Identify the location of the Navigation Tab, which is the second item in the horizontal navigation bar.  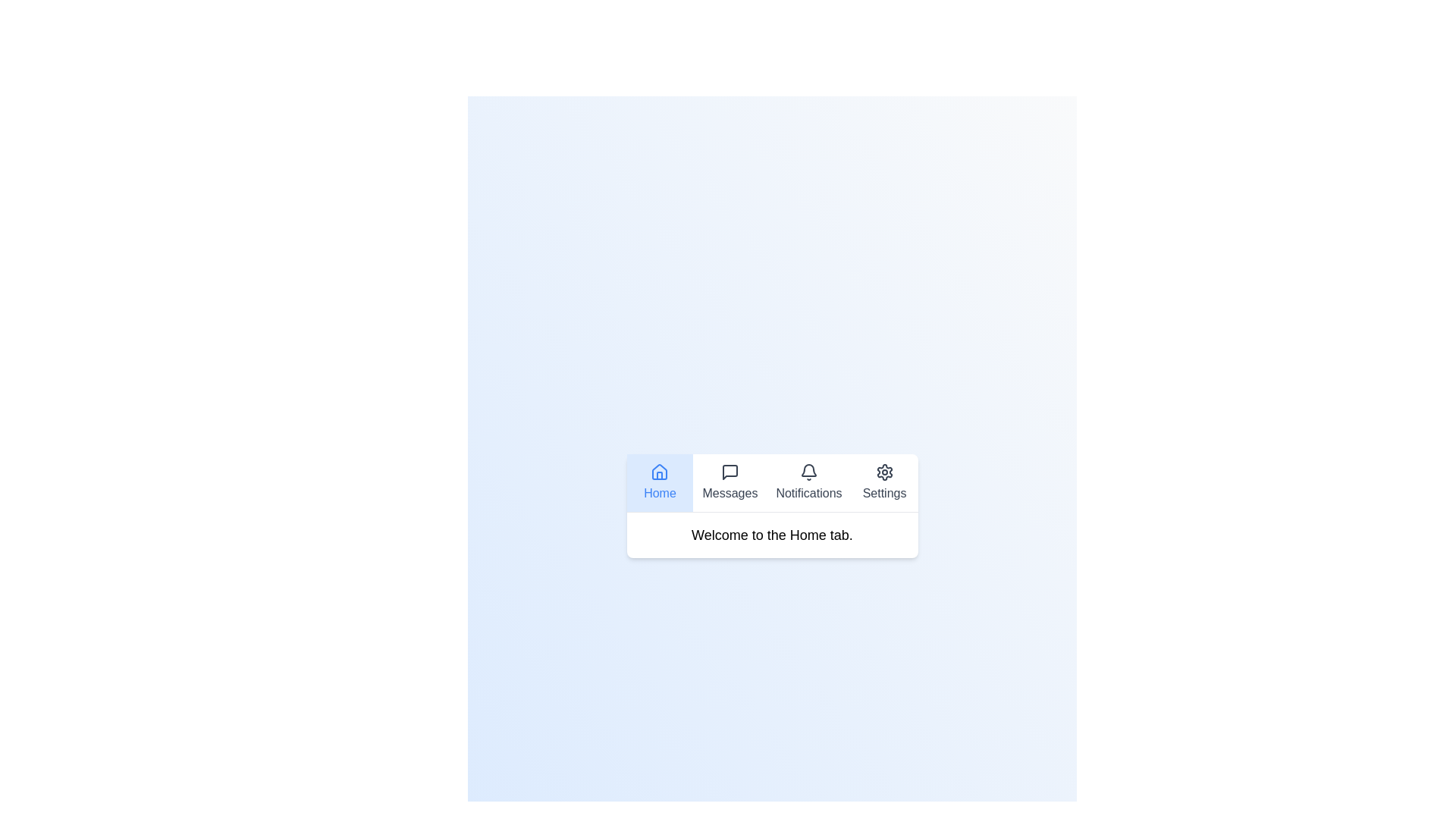
(730, 482).